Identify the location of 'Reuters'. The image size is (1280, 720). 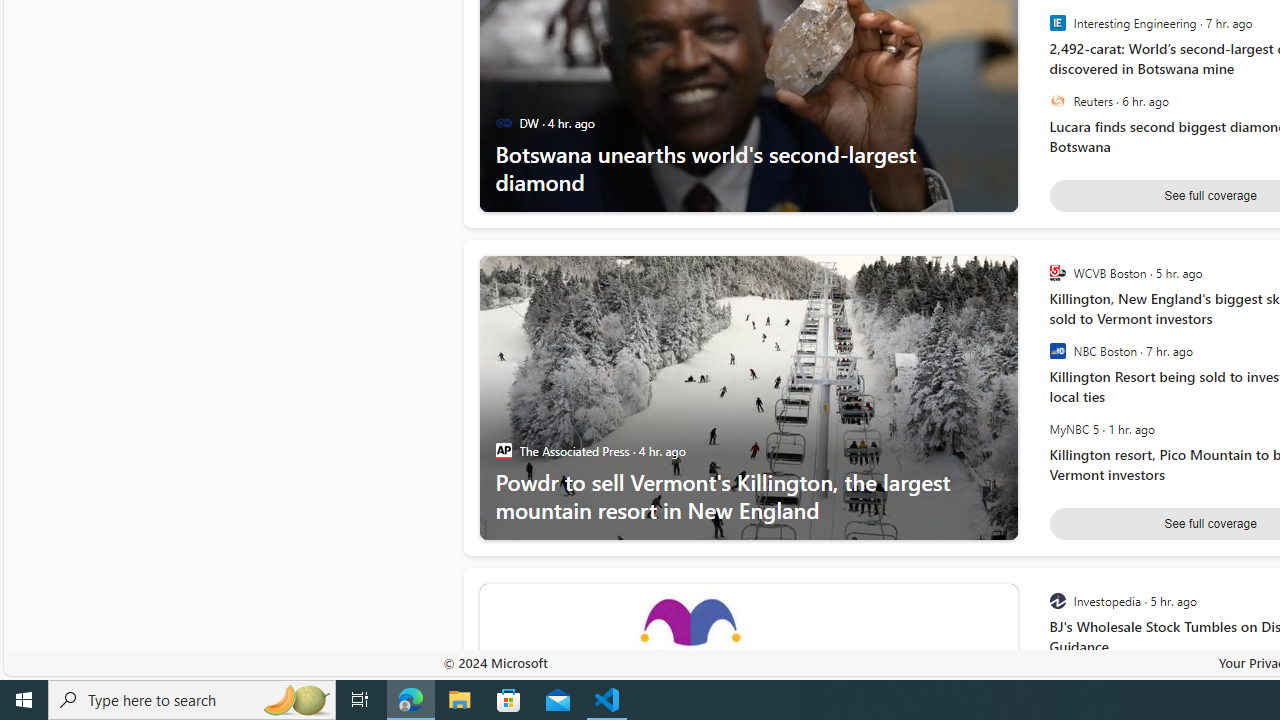
(1056, 101).